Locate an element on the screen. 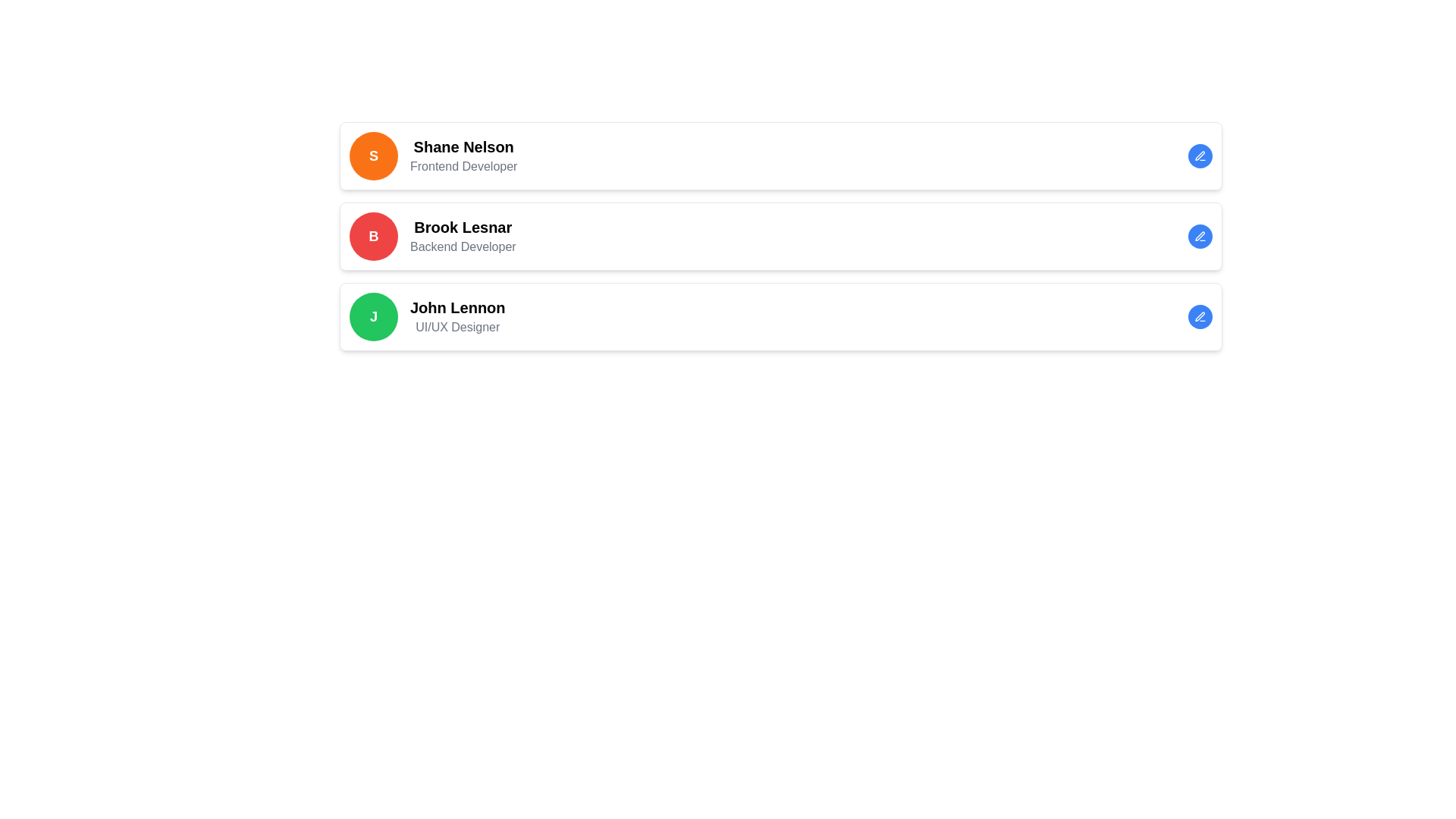  the pen icon located at the top right corner of Shane Nelson's card is located at coordinates (1200, 155).